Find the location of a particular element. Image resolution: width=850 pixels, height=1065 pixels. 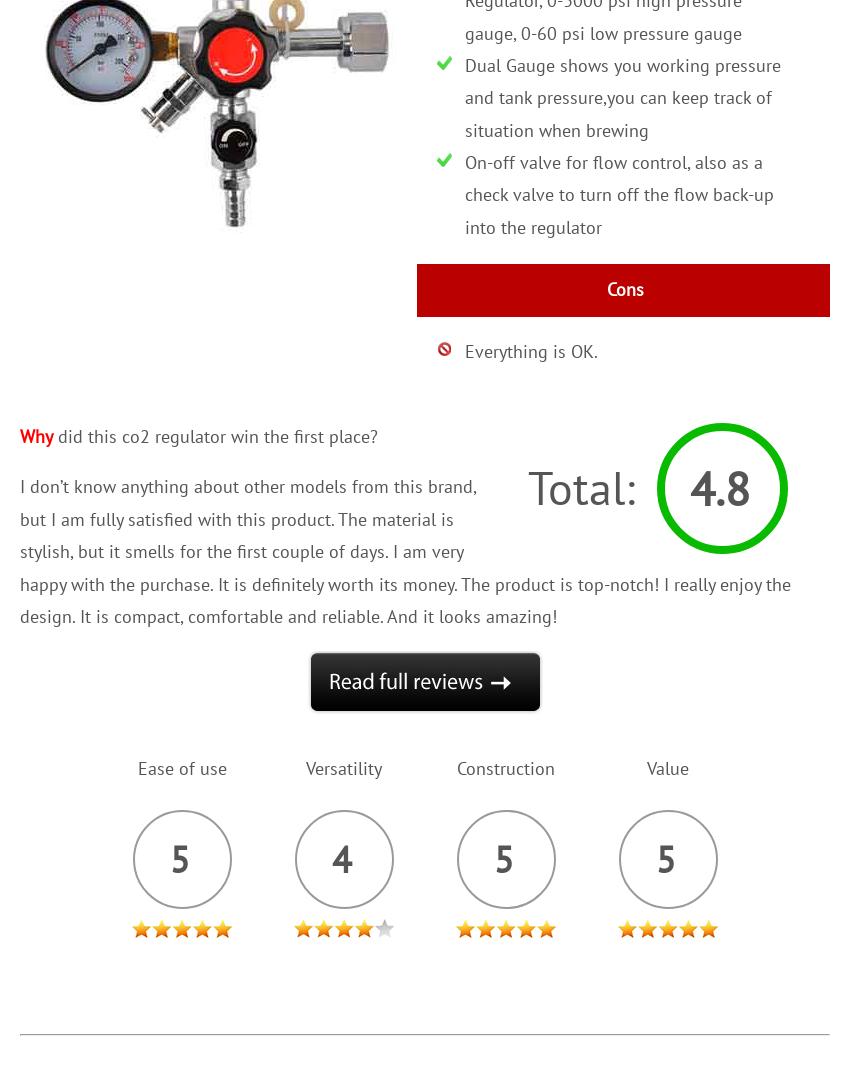

'Why' is located at coordinates (35, 434).